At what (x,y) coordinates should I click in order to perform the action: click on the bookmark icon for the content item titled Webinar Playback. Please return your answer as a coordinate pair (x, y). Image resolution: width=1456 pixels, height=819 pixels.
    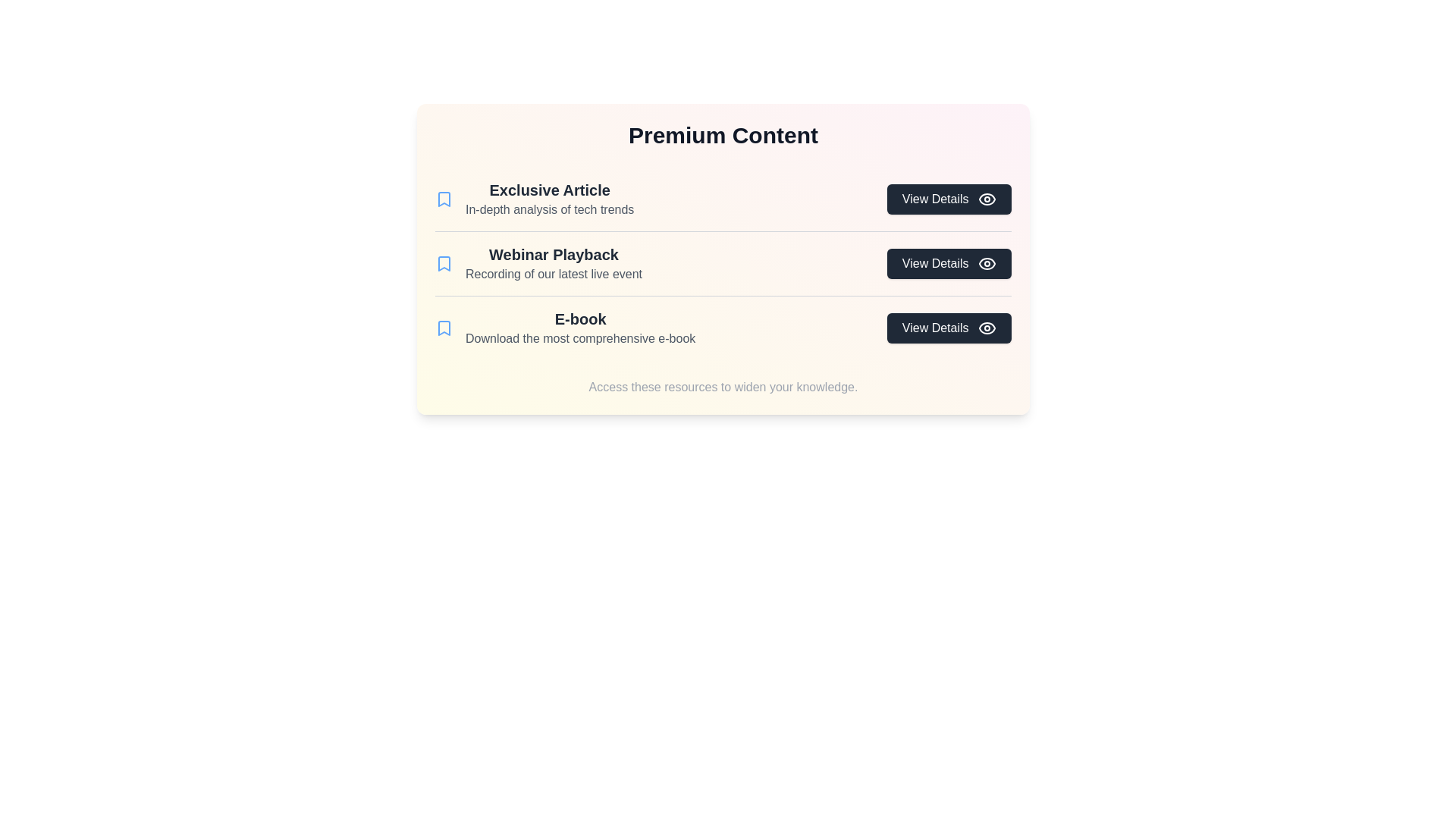
    Looking at the image, I should click on (443, 262).